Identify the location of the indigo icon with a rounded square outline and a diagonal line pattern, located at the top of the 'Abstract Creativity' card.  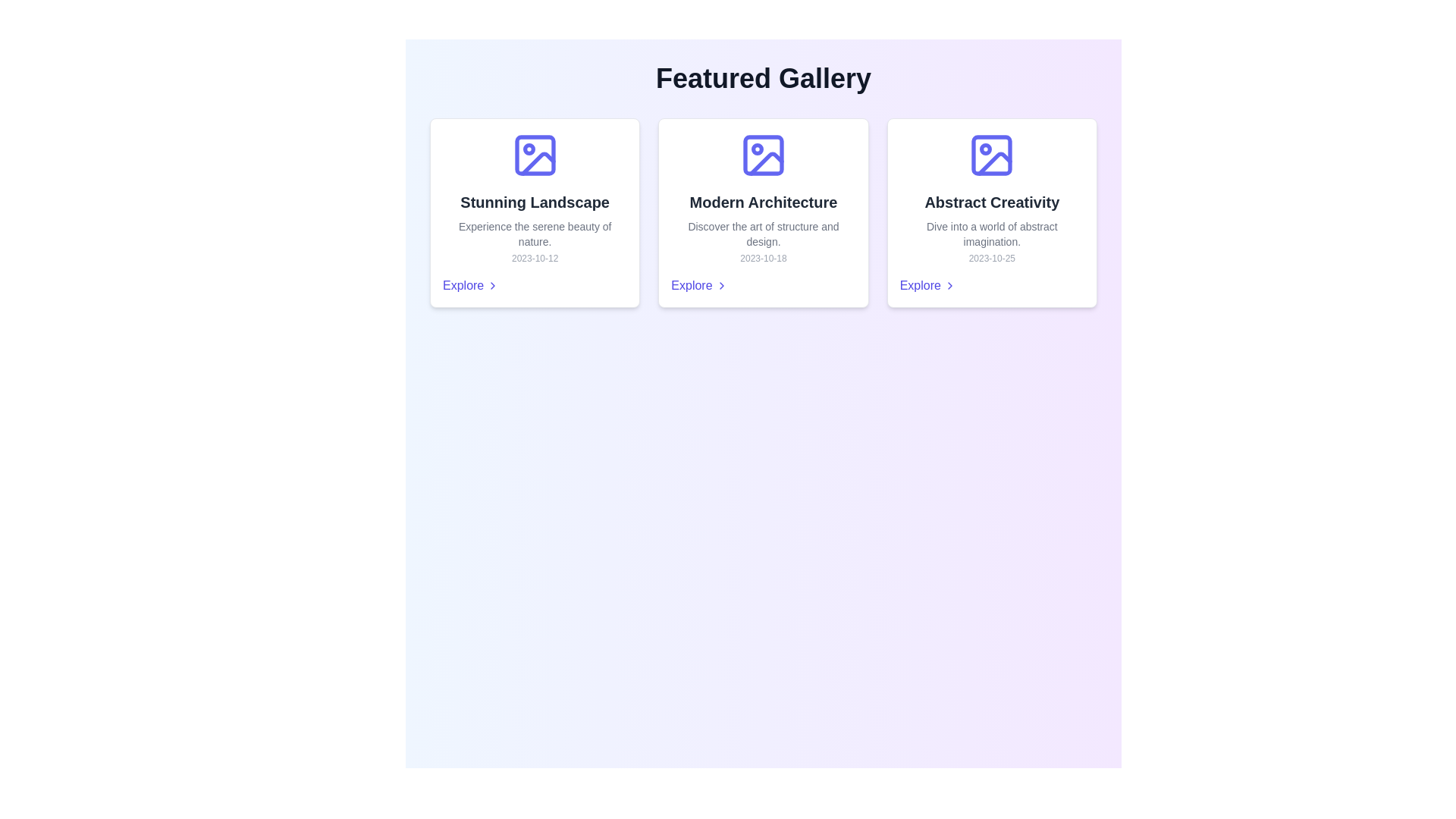
(992, 155).